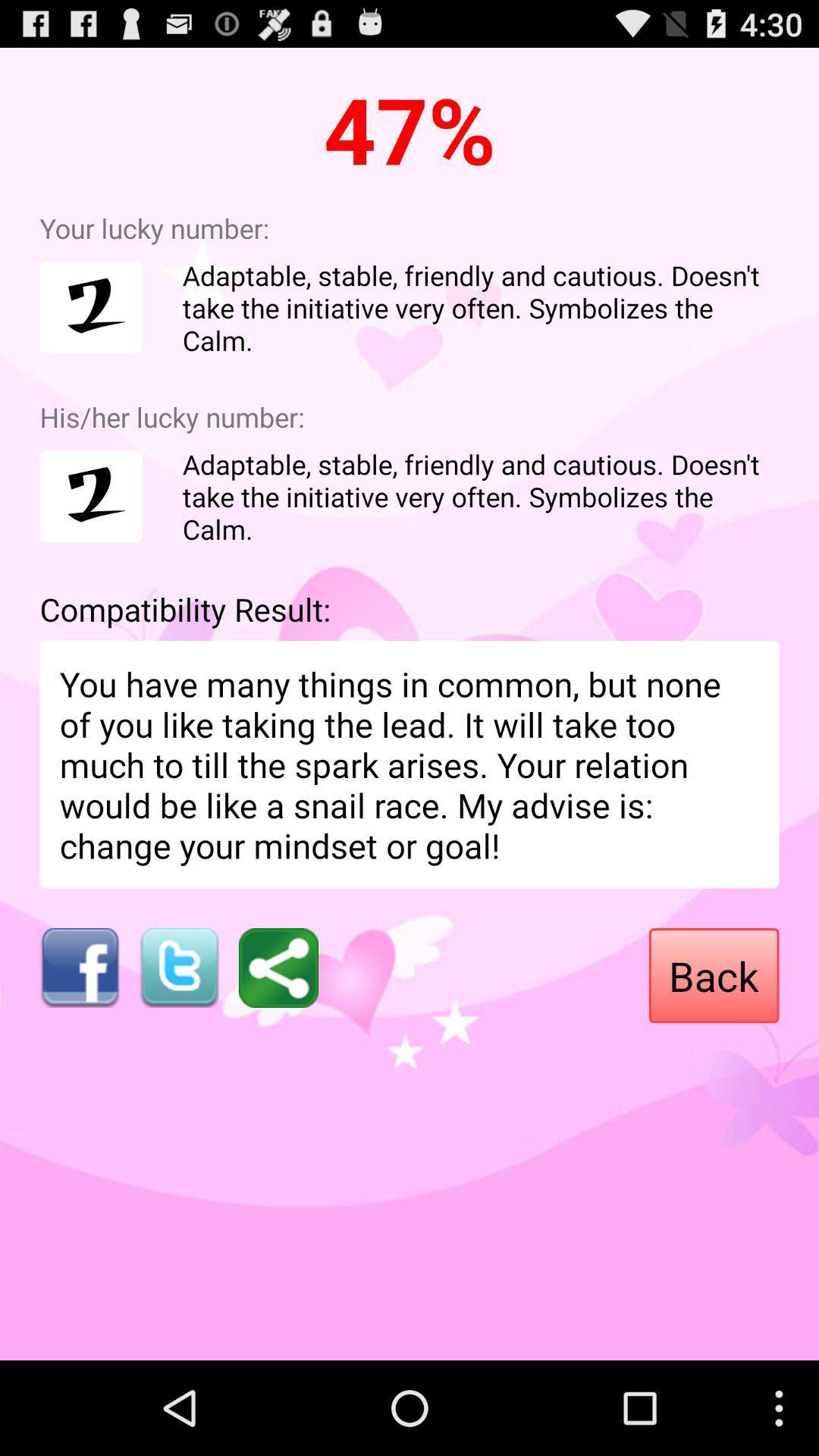 The image size is (819, 1456). Describe the element at coordinates (714, 975) in the screenshot. I see `the back button` at that location.